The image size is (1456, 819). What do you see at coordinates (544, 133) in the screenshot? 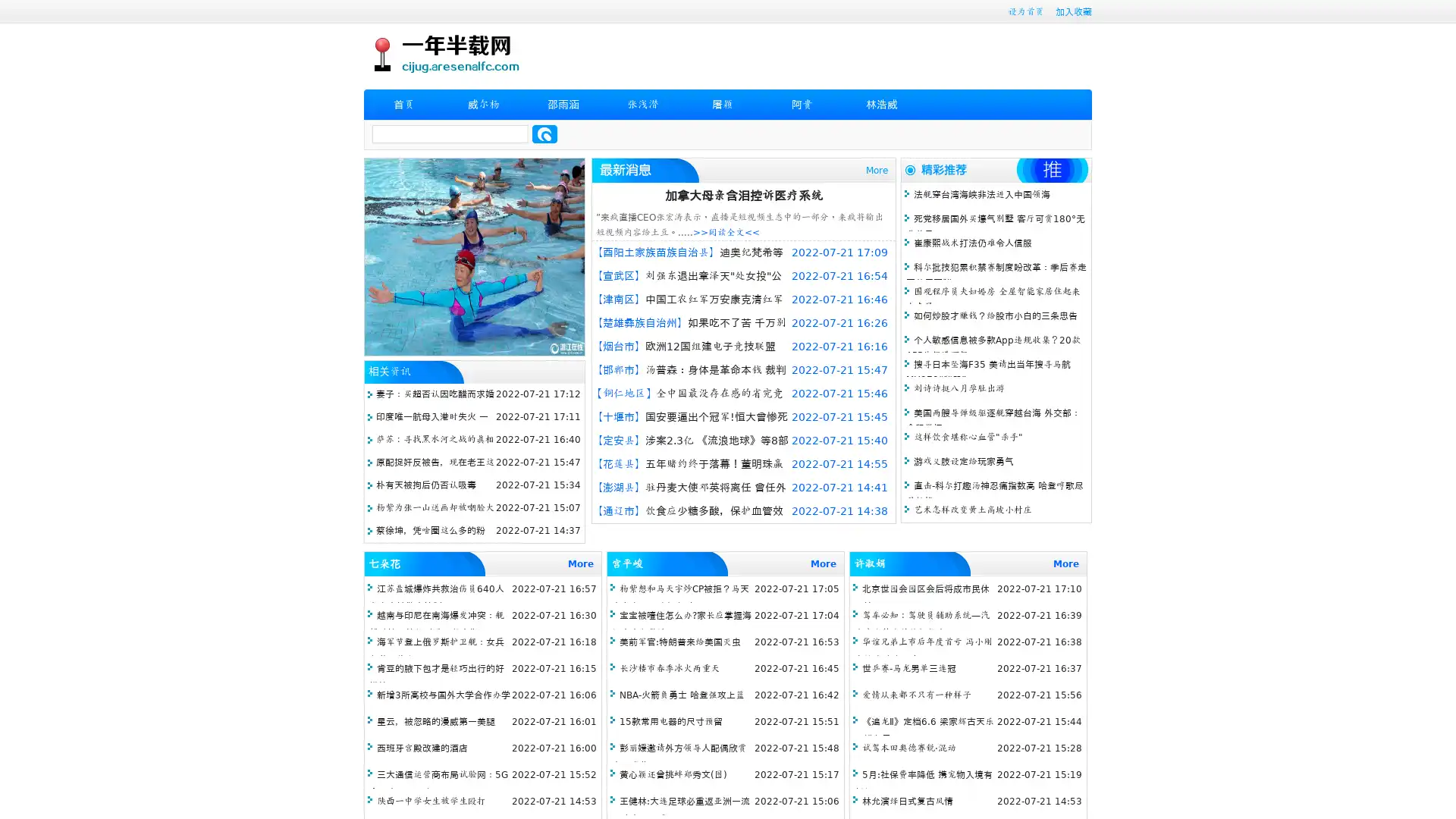
I see `Search` at bounding box center [544, 133].